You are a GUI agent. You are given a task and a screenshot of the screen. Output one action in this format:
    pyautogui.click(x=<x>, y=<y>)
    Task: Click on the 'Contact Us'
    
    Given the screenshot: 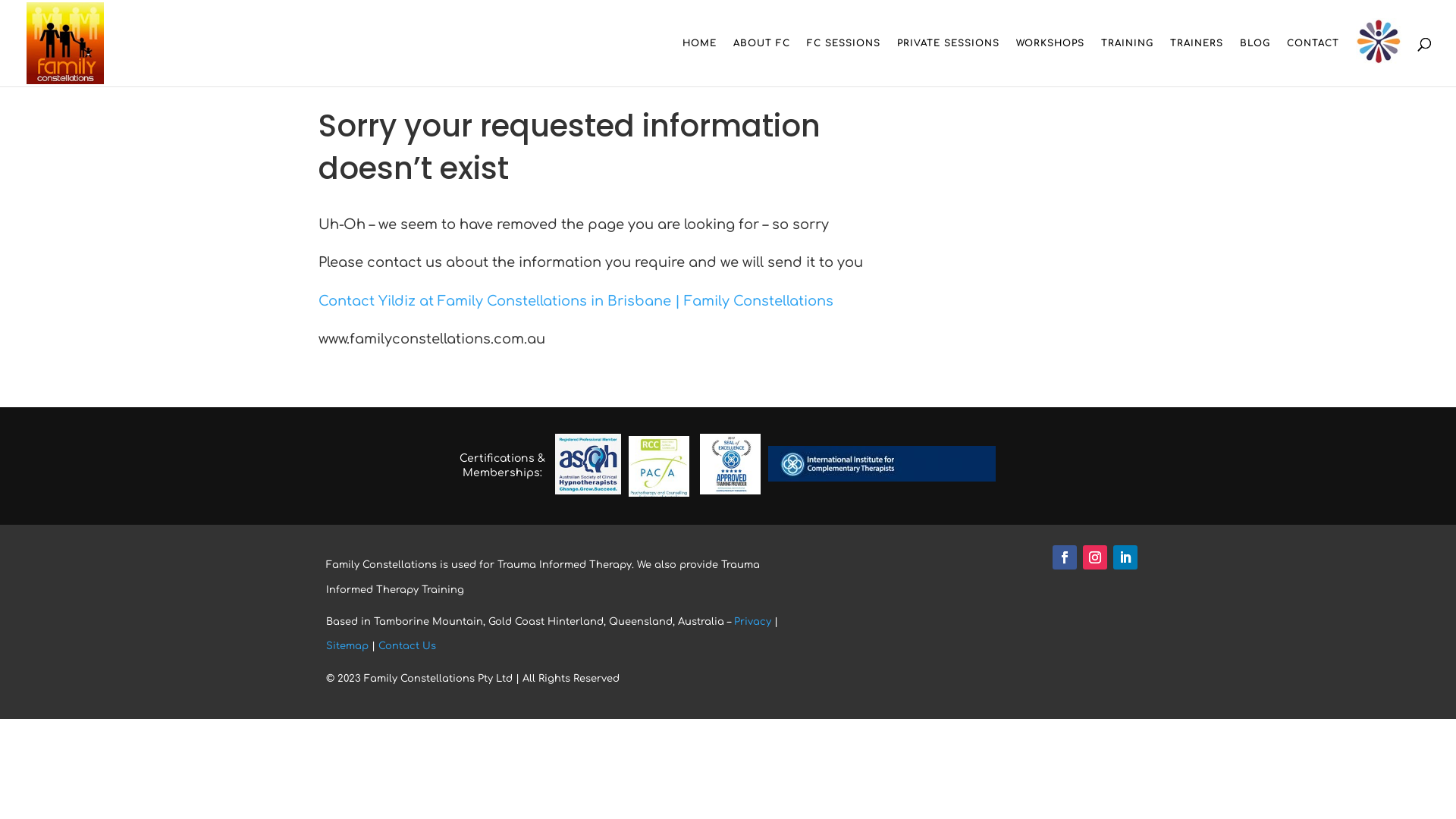 What is the action you would take?
    pyautogui.click(x=407, y=646)
    